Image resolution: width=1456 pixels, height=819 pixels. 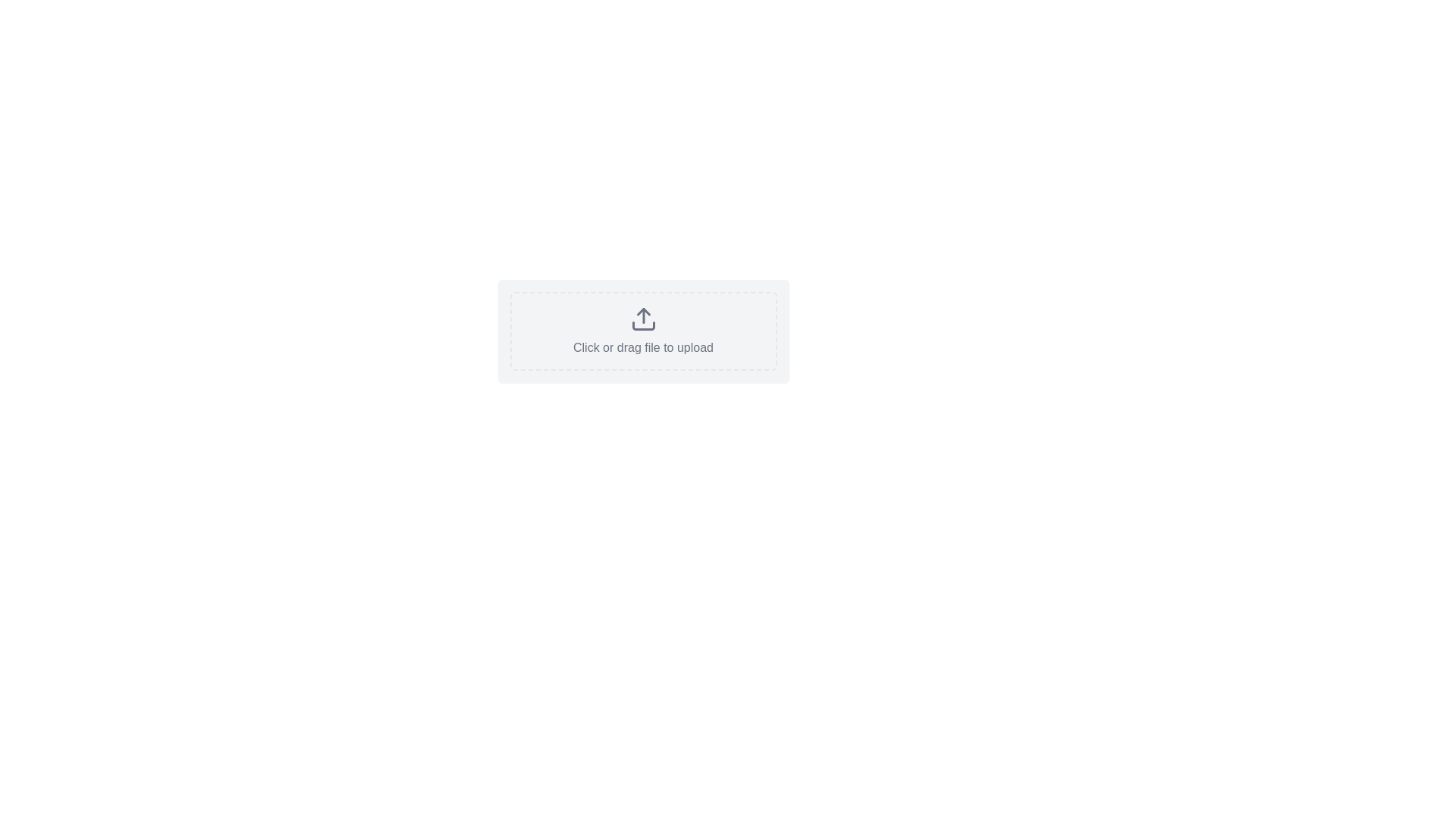 What do you see at coordinates (643, 330) in the screenshot?
I see `a file onto the file upload area, which is a rectangular zone with a soft gray background and dashed border, featuring an upward arrow icon and the text 'Click or drag file` at bounding box center [643, 330].